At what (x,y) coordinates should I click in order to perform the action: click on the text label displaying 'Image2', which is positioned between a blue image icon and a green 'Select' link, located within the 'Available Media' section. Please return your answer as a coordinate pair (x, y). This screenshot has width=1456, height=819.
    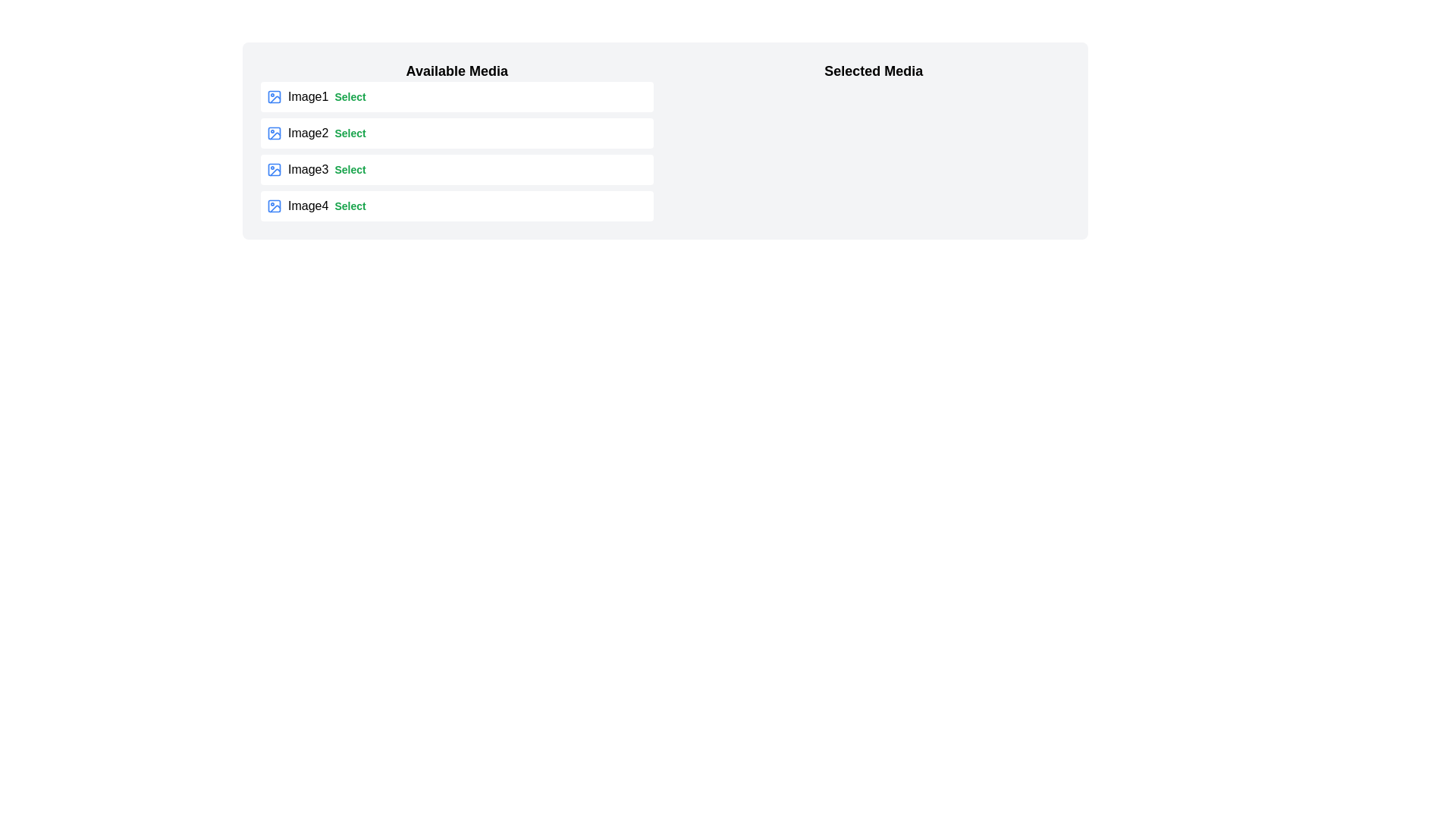
    Looking at the image, I should click on (307, 133).